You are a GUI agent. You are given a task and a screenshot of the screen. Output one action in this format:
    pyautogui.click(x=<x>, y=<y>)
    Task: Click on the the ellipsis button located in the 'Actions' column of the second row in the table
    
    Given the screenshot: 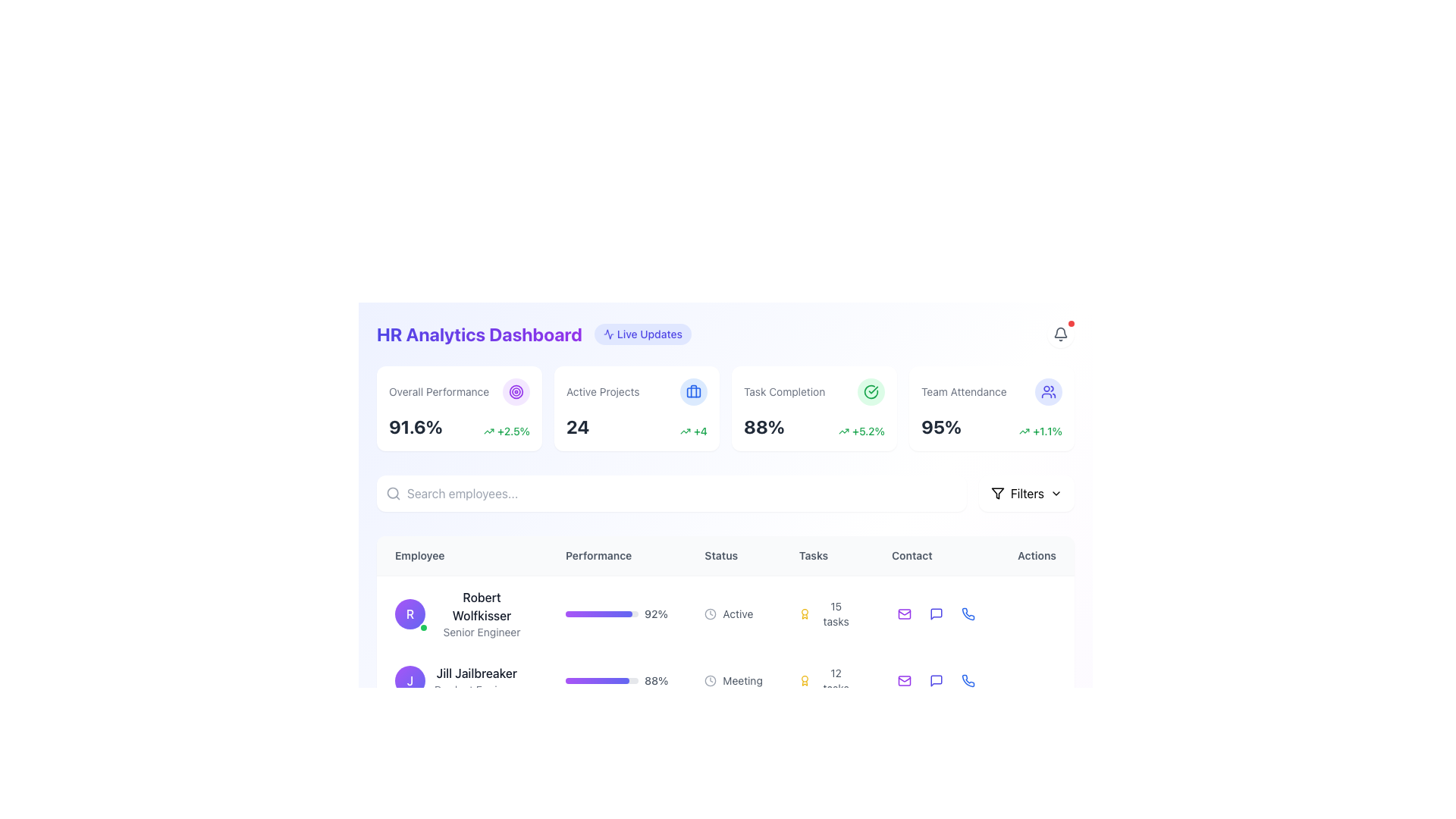 What is the action you would take?
    pyautogui.click(x=1036, y=614)
    